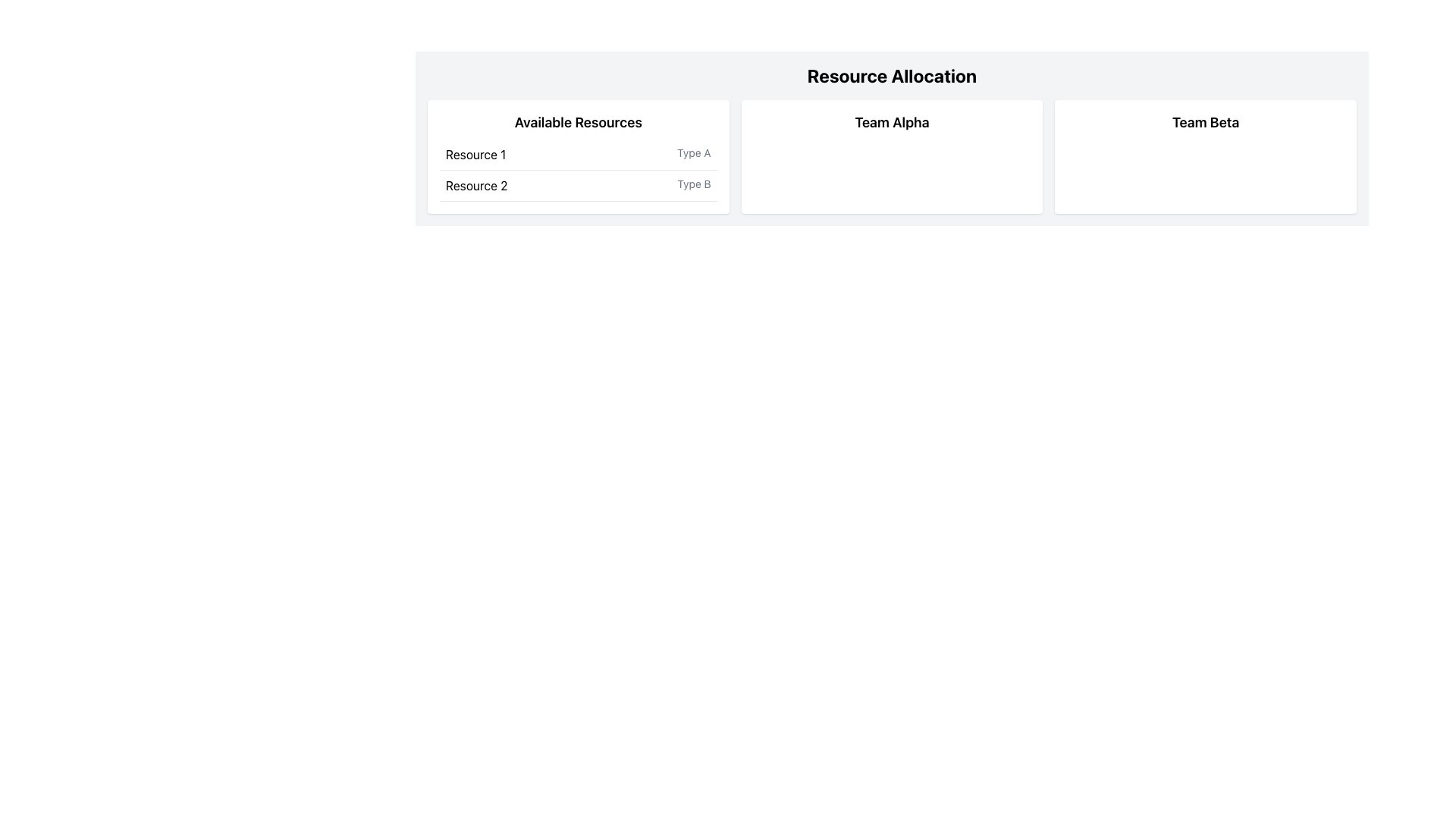  What do you see at coordinates (1205, 157) in the screenshot?
I see `the 'Team Beta' card, which is the third card in a horizontal arrangement under the 'Resource Allocation' section` at bounding box center [1205, 157].